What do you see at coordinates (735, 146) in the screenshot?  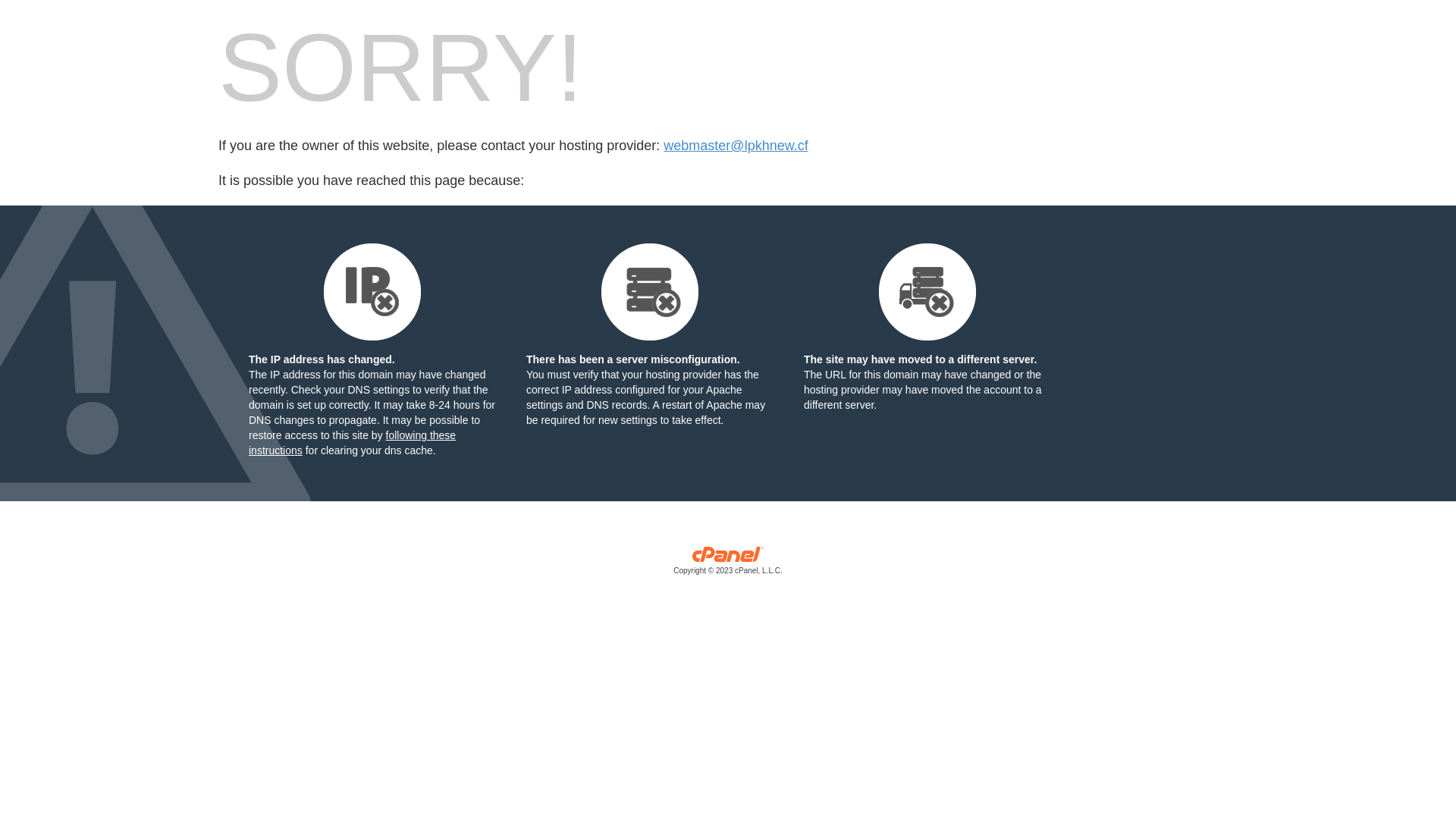 I see `'webmaster@lpkhnew.cf'` at bounding box center [735, 146].